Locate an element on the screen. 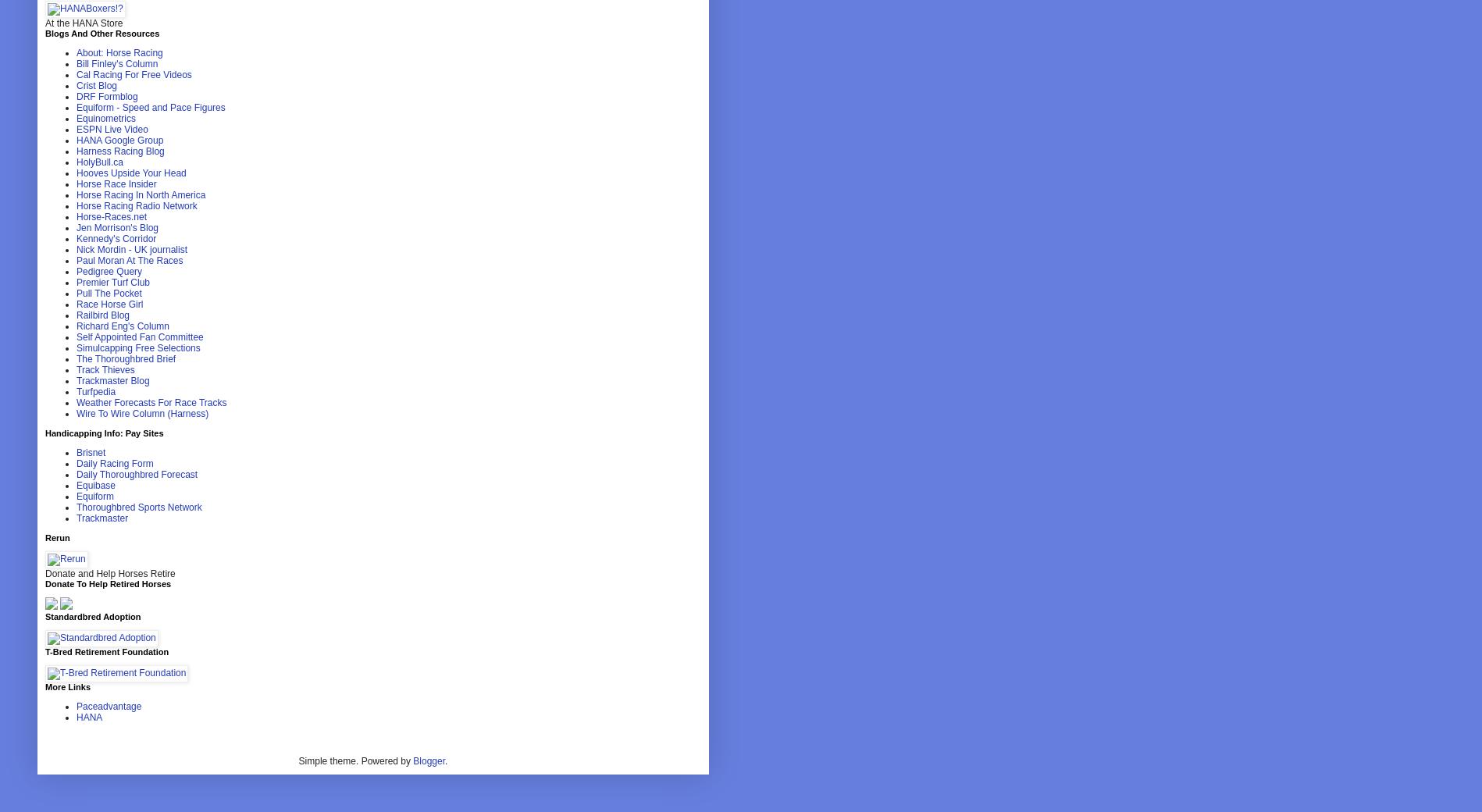 Image resolution: width=1482 pixels, height=812 pixels. 'Donate and Help Horses Retire' is located at coordinates (110, 573).